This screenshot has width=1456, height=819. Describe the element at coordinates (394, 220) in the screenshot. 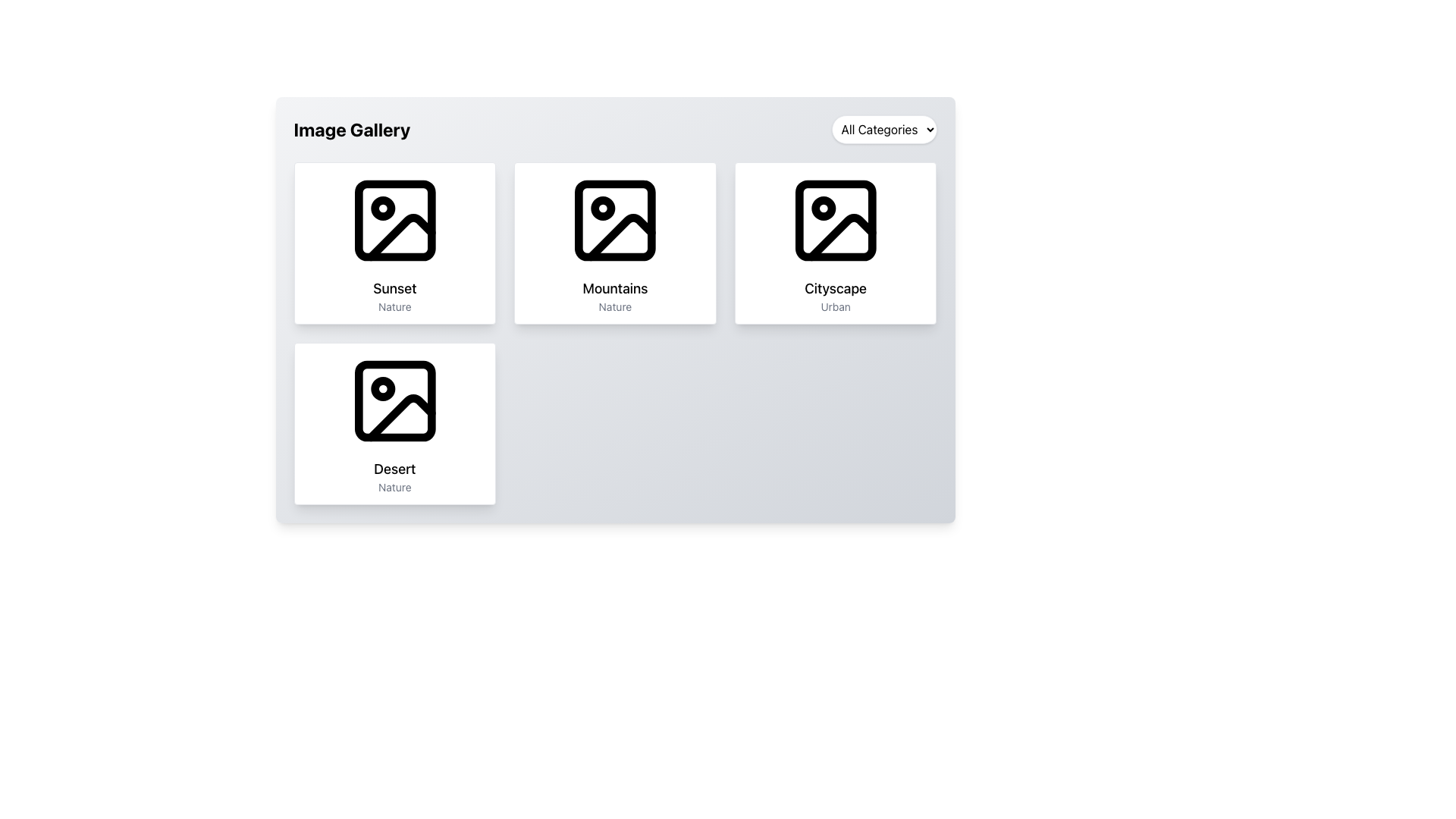

I see `the Decorative vector rectangle with rounded corners which is the largest shape in the lower part of the image icon labeled 'Sunset' in the top-left of the 2x2 grid` at that location.